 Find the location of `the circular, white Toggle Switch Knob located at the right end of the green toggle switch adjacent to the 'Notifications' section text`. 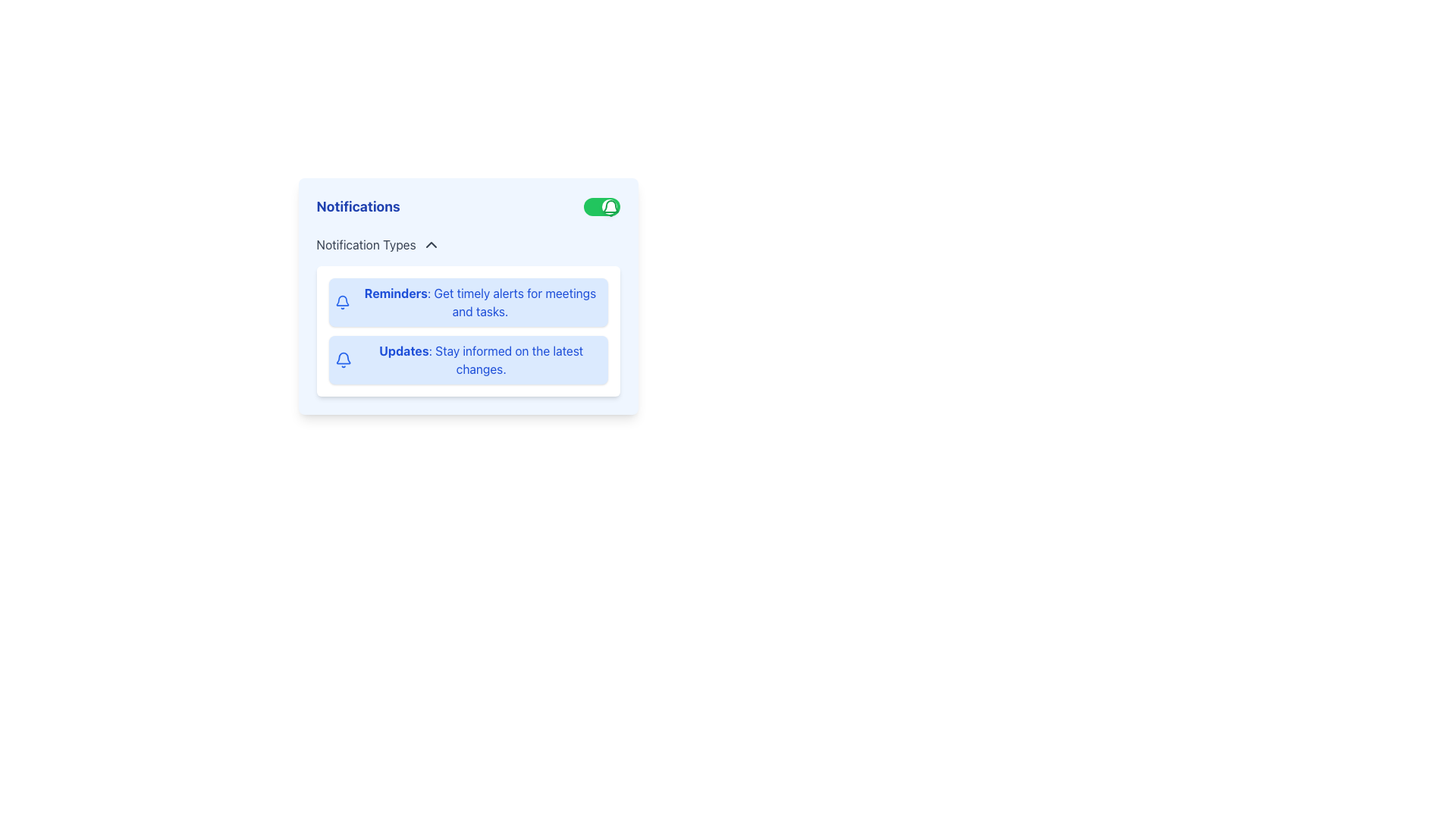

the circular, white Toggle Switch Knob located at the right end of the green toggle switch adjacent to the 'Notifications' section text is located at coordinates (609, 207).